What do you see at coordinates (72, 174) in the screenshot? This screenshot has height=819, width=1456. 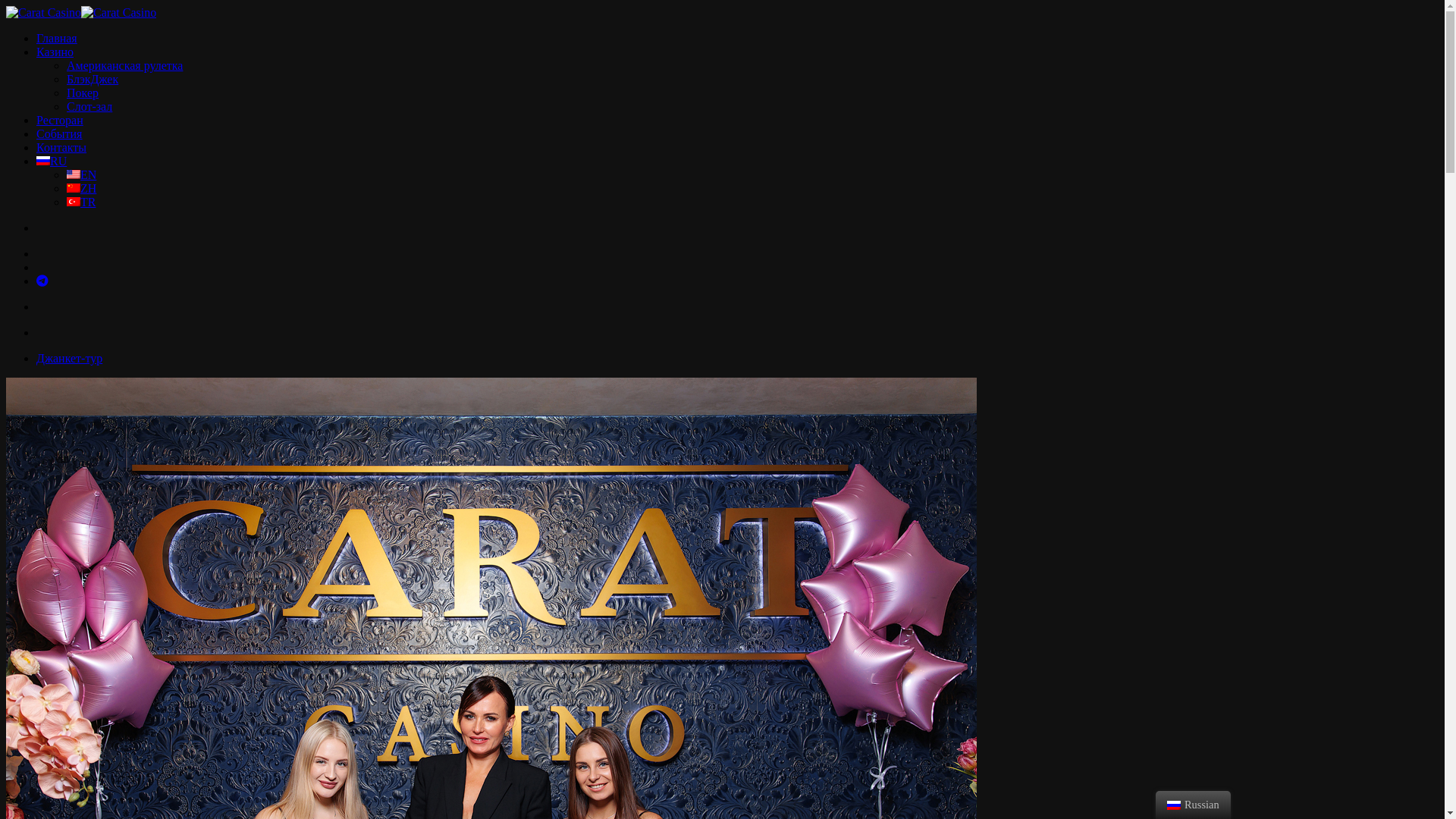 I see `'English'` at bounding box center [72, 174].